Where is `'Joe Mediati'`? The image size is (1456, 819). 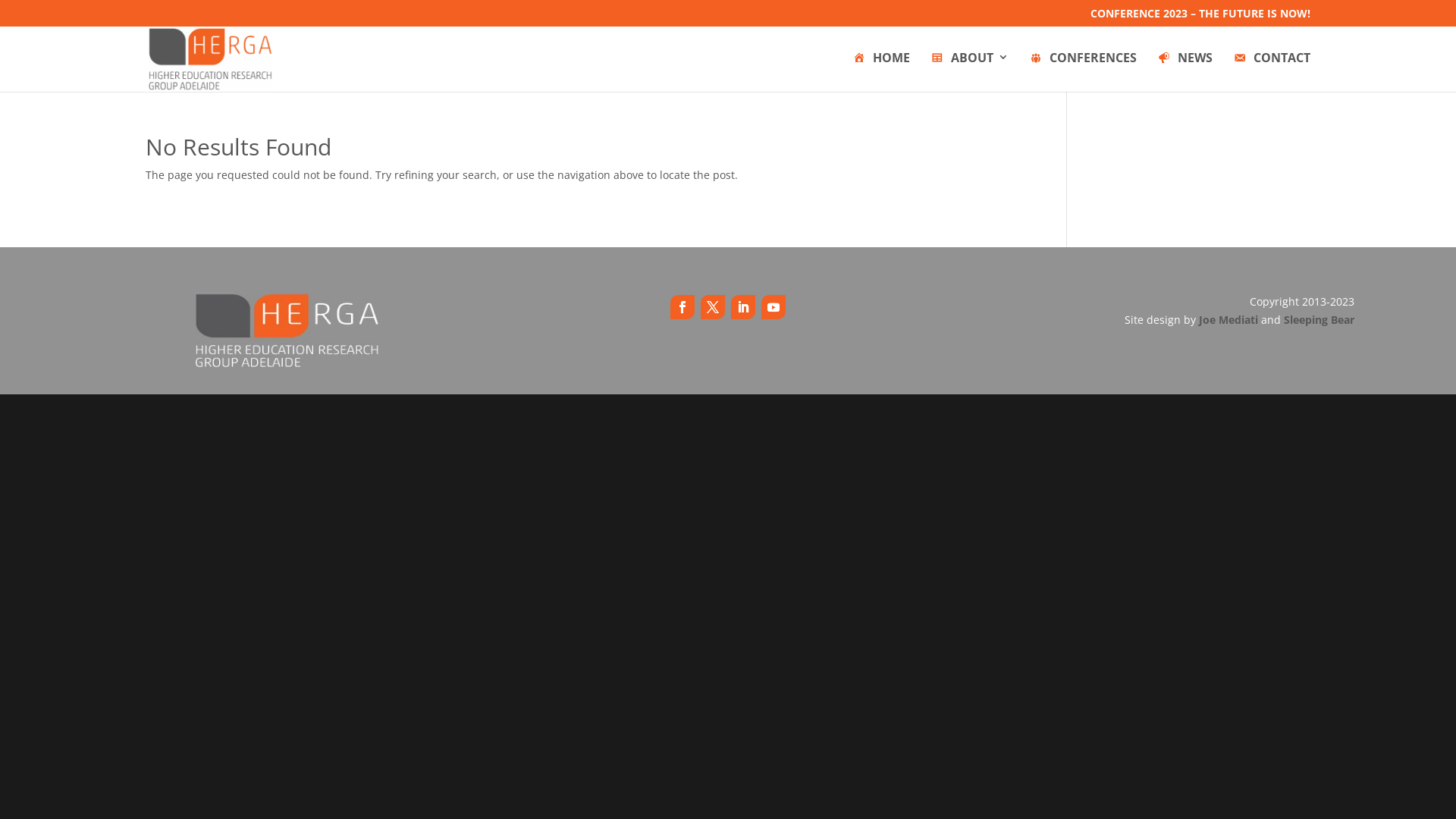 'Joe Mediati' is located at coordinates (1228, 318).